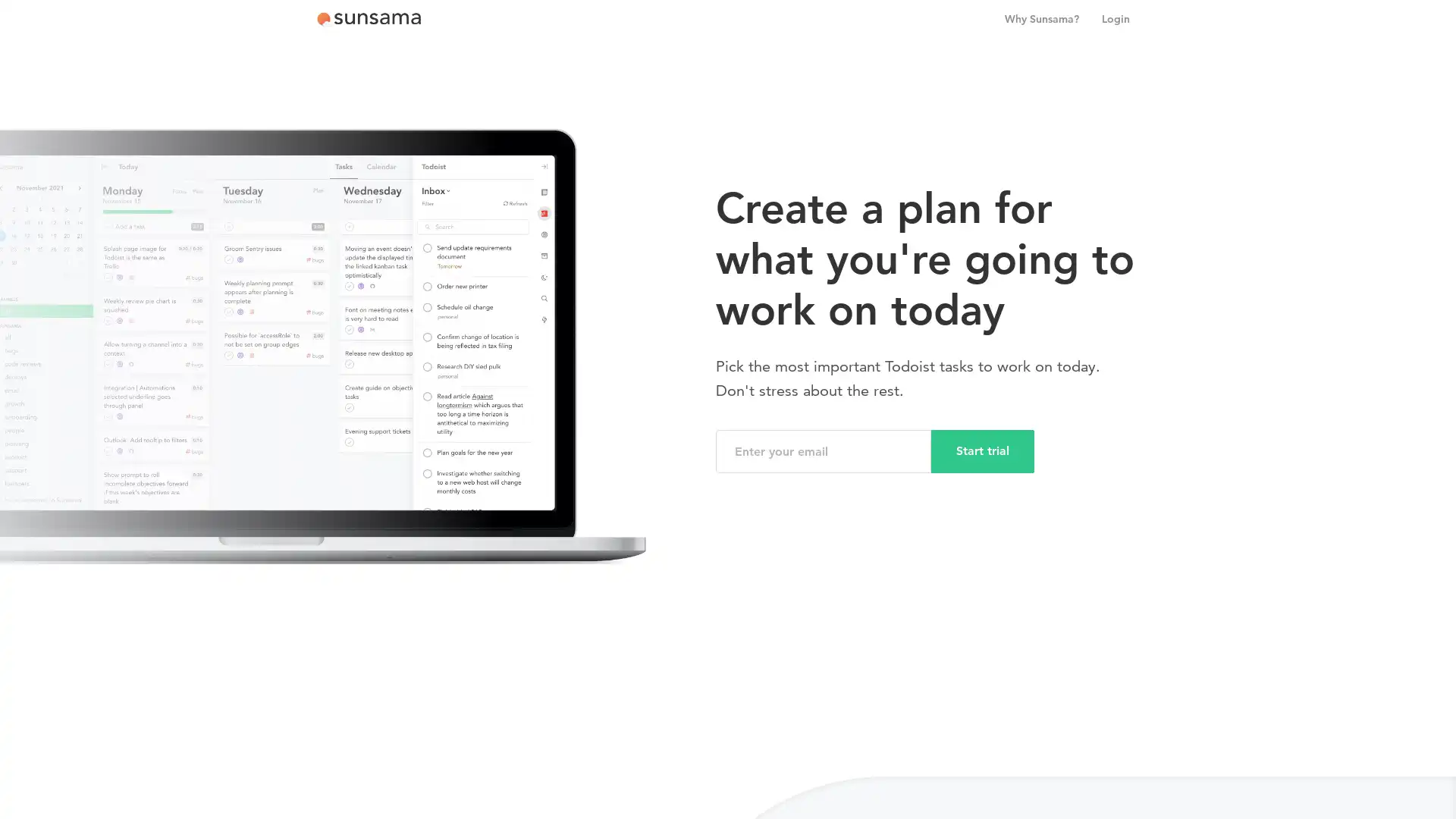 The width and height of the screenshot is (1456, 819). I want to click on Start trial, so click(983, 450).